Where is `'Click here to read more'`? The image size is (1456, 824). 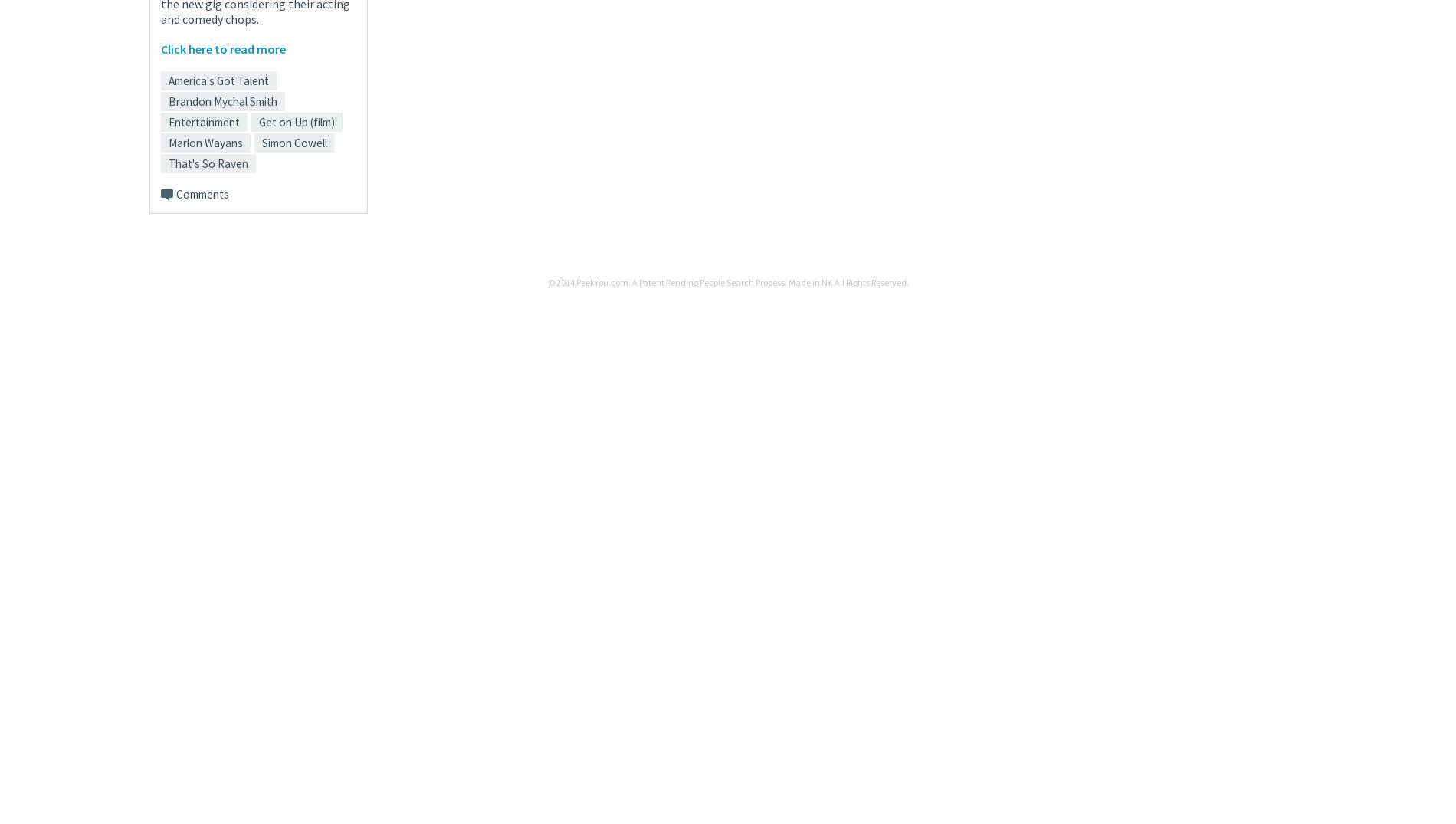
'Click here to read more' is located at coordinates (222, 48).